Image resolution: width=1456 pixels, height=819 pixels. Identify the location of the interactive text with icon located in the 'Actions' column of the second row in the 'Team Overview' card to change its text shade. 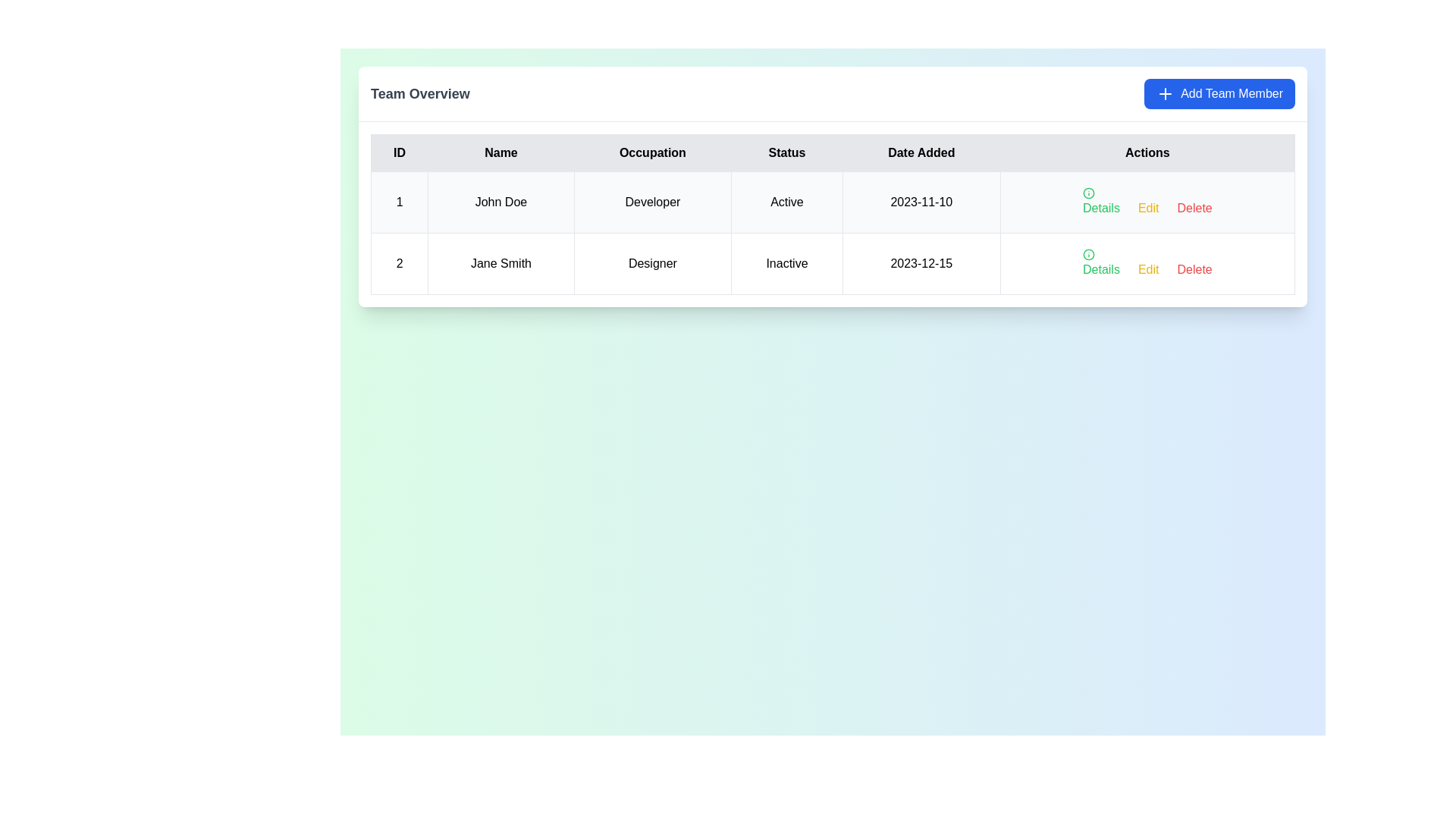
(1101, 262).